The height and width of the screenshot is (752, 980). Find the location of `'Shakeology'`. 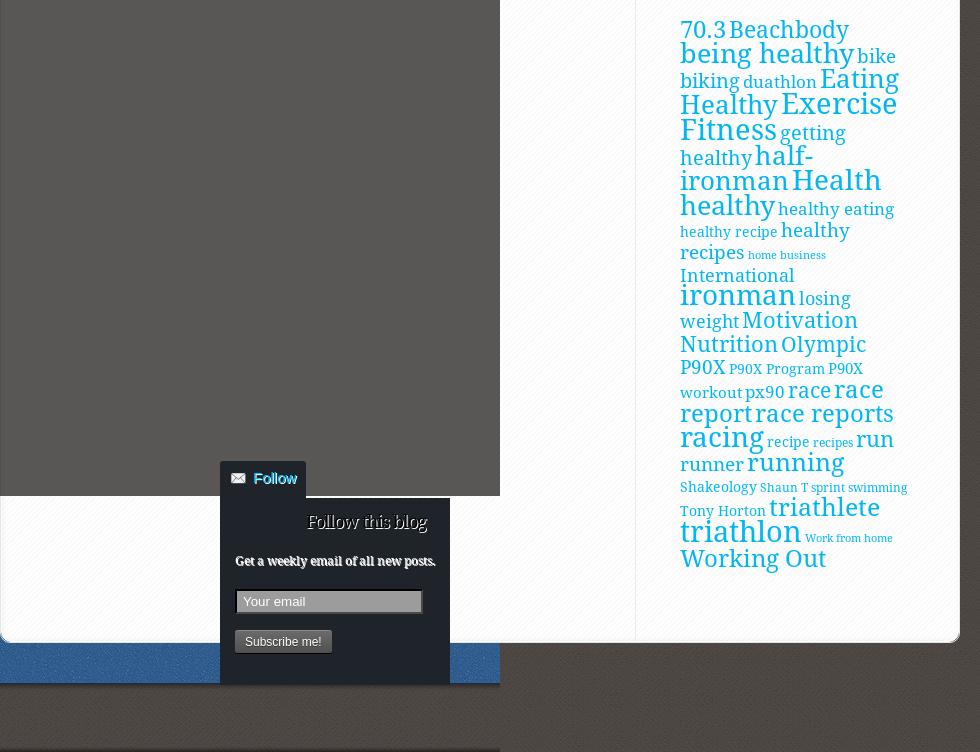

'Shakeology' is located at coordinates (680, 485).